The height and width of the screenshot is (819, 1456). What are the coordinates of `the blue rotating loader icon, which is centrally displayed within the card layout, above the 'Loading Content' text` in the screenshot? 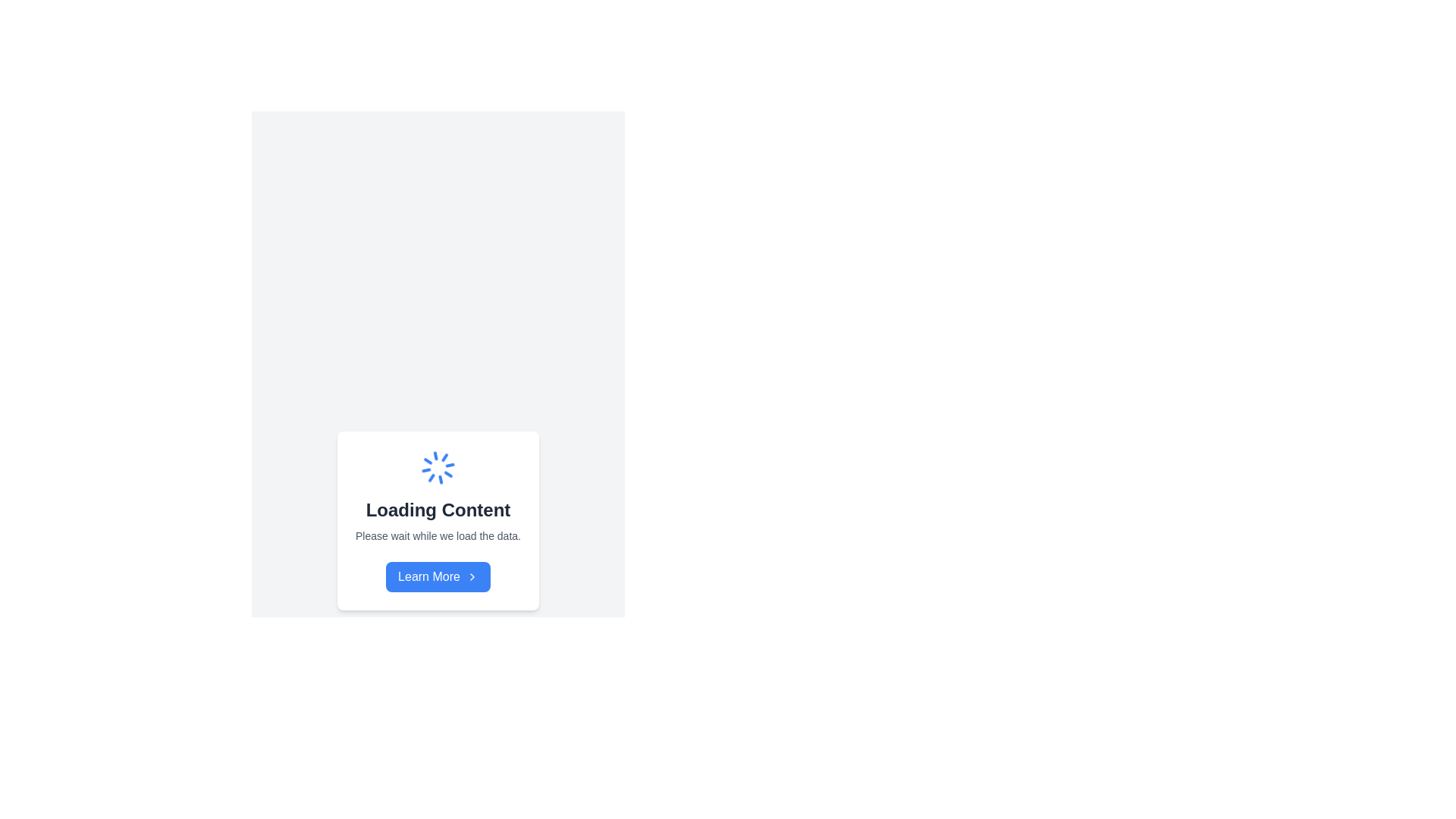 It's located at (437, 467).